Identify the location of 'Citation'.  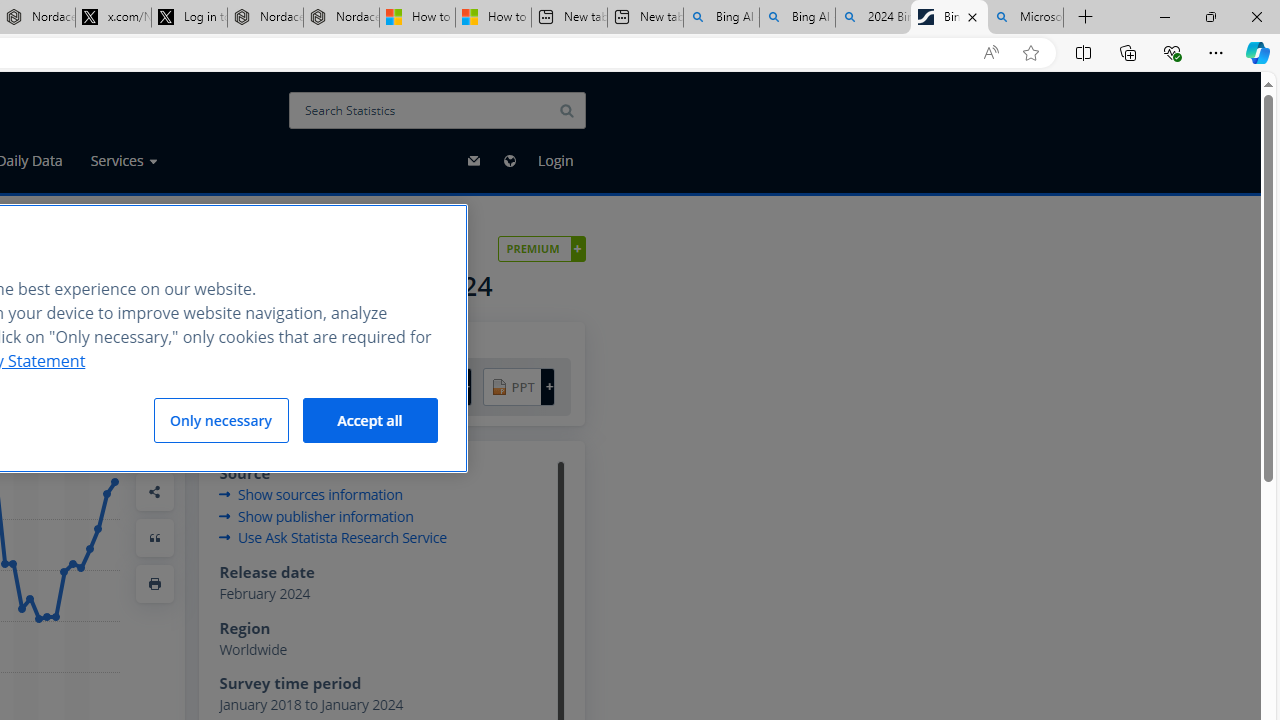
(154, 536).